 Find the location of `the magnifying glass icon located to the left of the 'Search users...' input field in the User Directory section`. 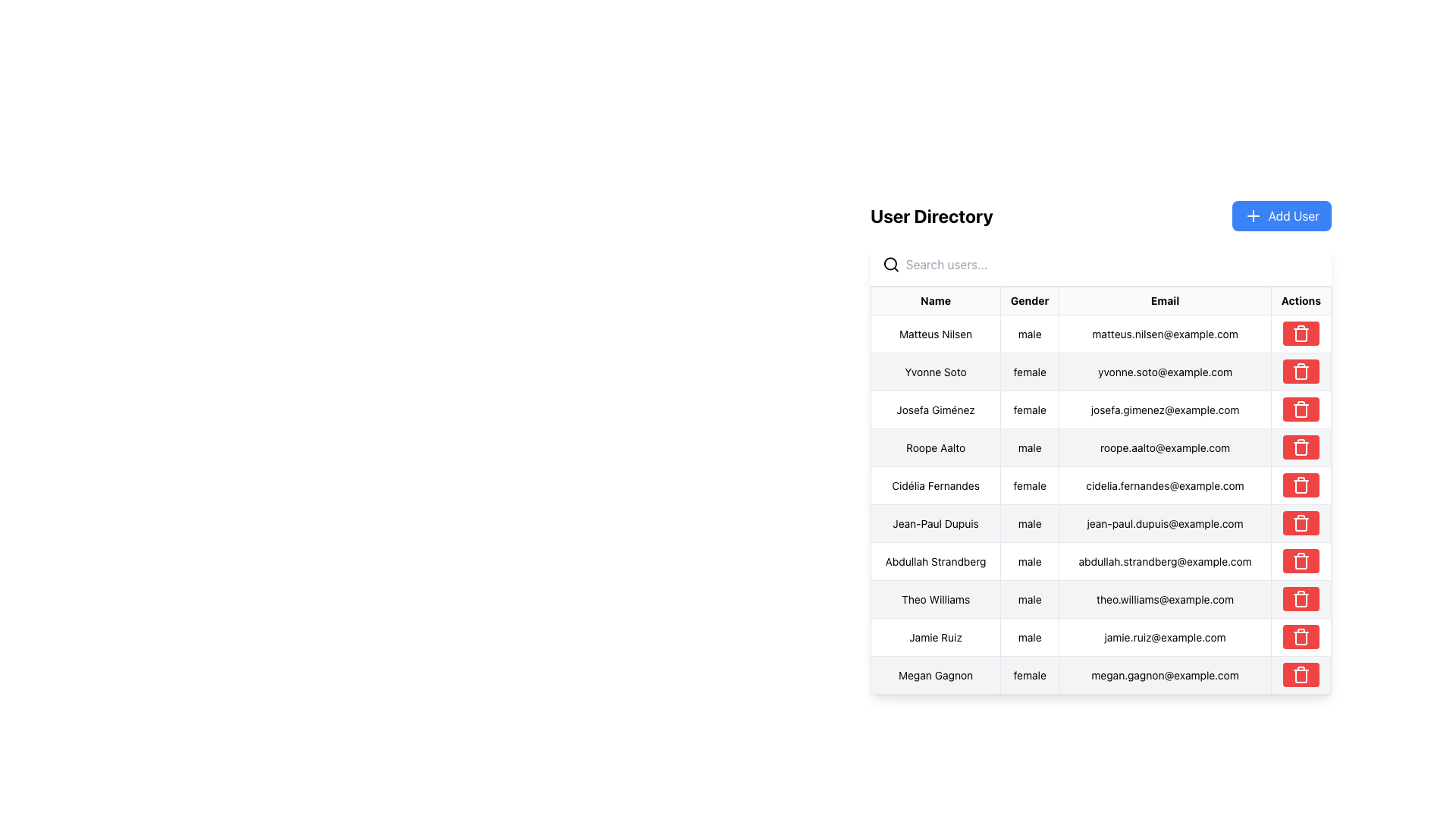

the magnifying glass icon located to the left of the 'Search users...' input field in the User Directory section is located at coordinates (891, 263).